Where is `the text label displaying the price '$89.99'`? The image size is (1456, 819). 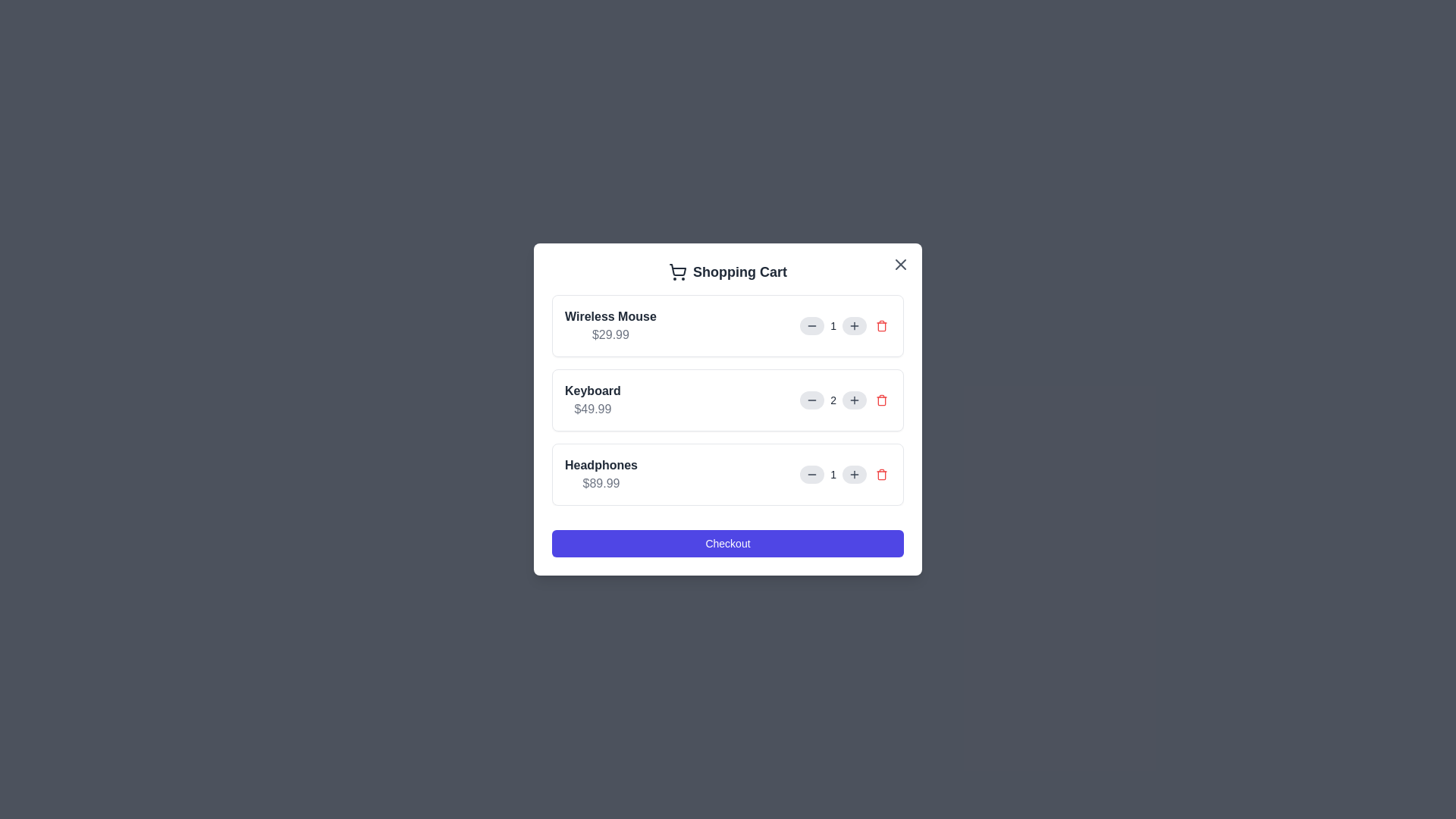 the text label displaying the price '$89.99' is located at coordinates (600, 483).